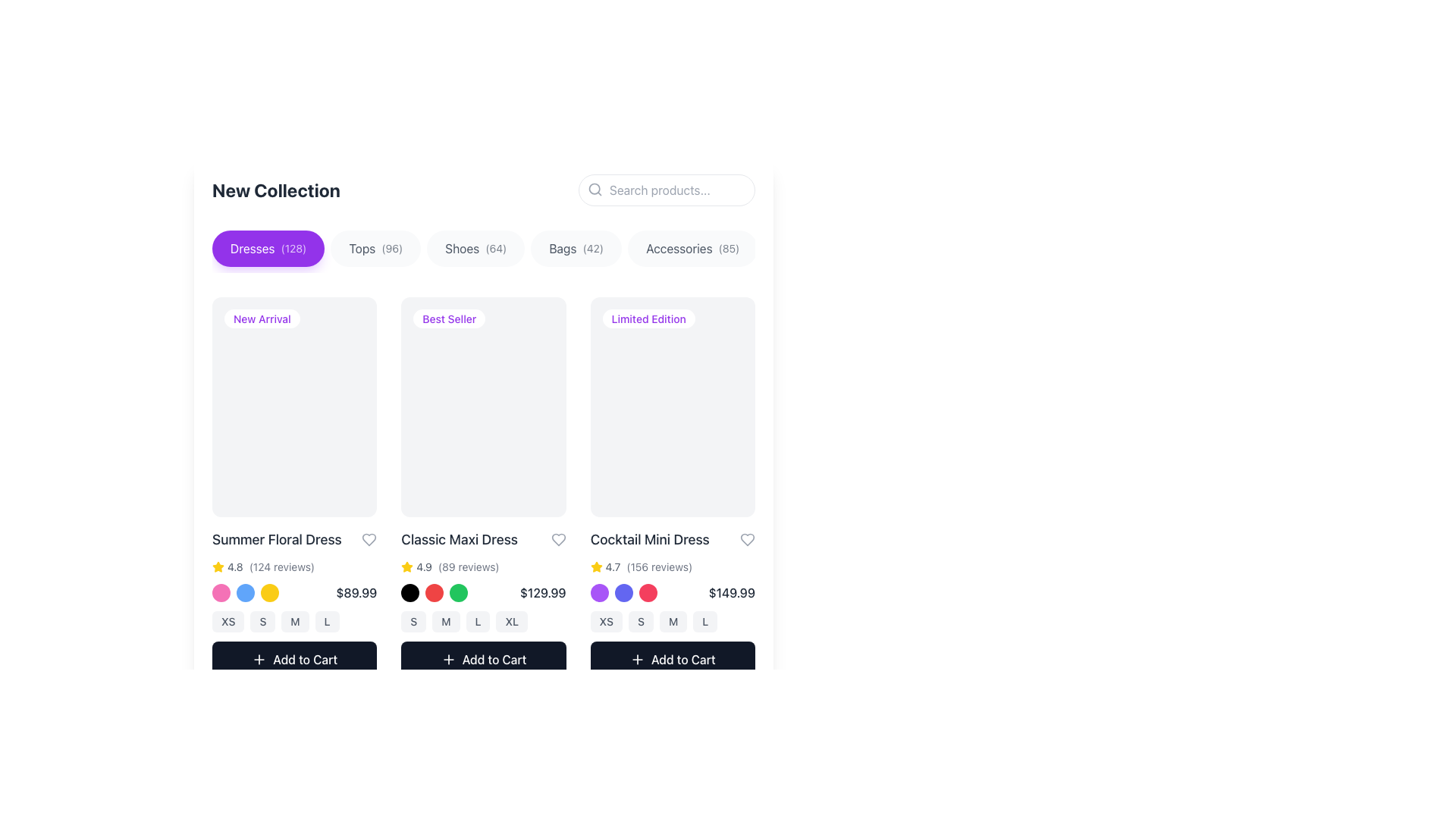  What do you see at coordinates (227, 566) in the screenshot?
I see `the prominent yellow star icon indicating a rating of '4.8' in the top-left part of the card for the 'Summer Floral Dress'` at bounding box center [227, 566].